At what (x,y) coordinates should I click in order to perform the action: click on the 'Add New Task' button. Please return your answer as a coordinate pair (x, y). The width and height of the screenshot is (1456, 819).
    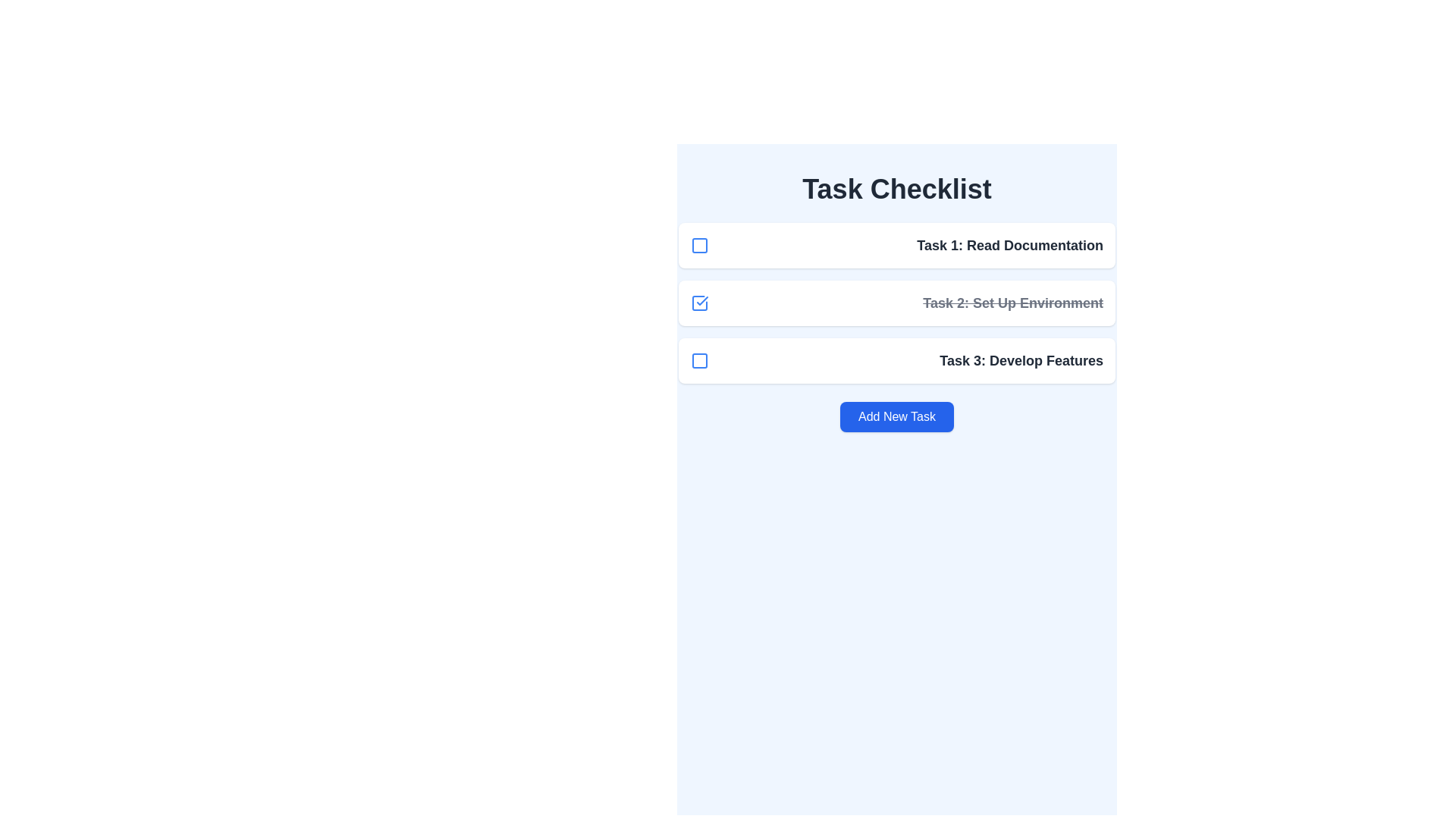
    Looking at the image, I should click on (896, 417).